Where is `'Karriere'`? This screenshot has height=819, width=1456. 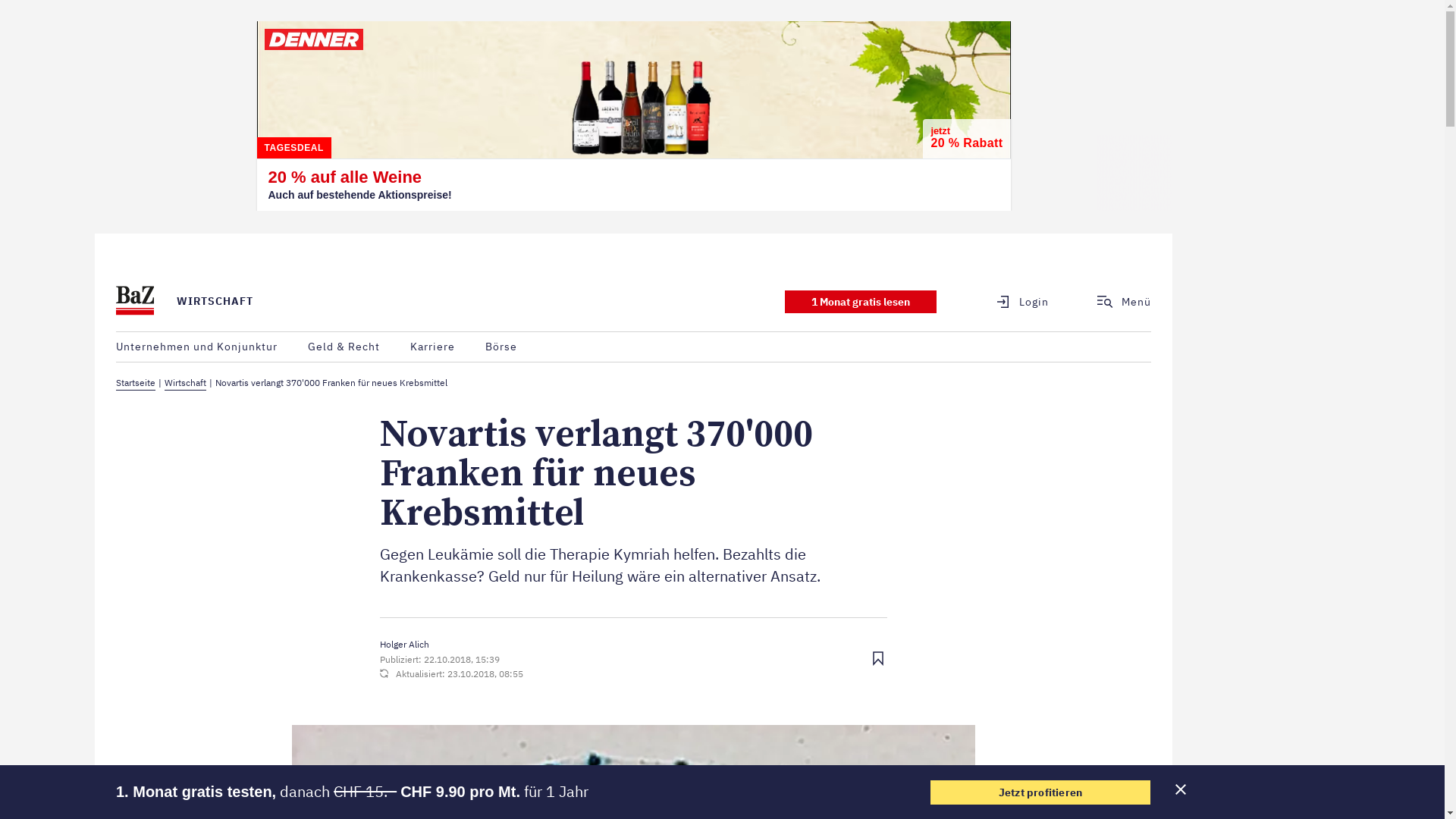 'Karriere' is located at coordinates (431, 347).